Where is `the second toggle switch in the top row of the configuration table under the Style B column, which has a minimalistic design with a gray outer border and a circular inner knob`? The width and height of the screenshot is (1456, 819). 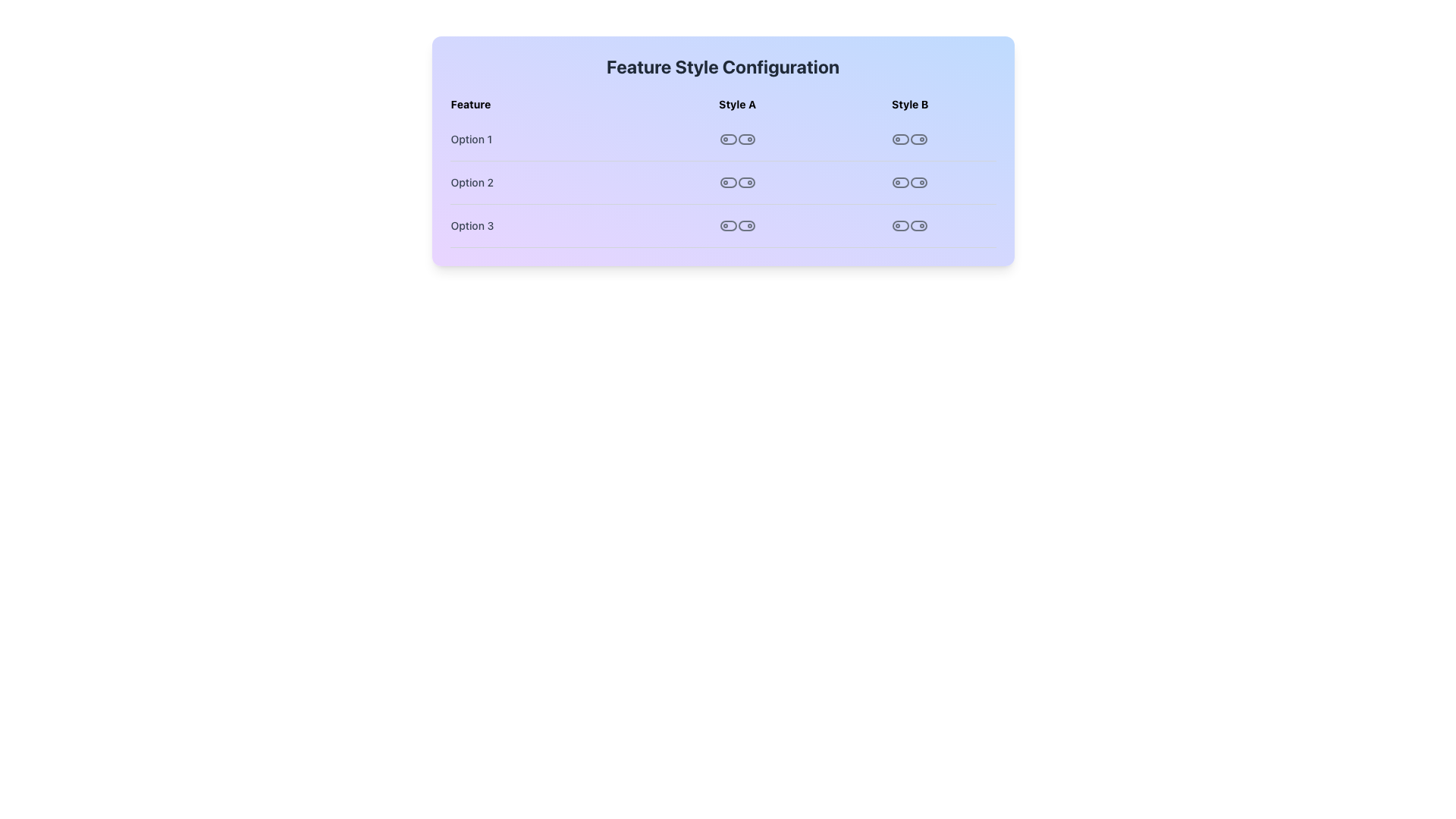 the second toggle switch in the top row of the configuration table under the Style B column, which has a minimalistic design with a gray outer border and a circular inner knob is located at coordinates (918, 140).